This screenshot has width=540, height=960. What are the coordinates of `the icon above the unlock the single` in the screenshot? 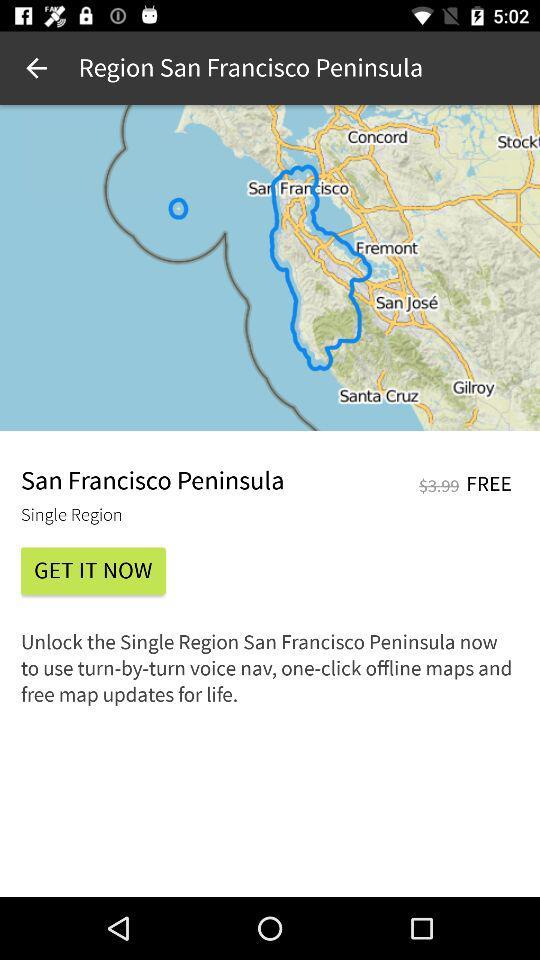 It's located at (92, 571).